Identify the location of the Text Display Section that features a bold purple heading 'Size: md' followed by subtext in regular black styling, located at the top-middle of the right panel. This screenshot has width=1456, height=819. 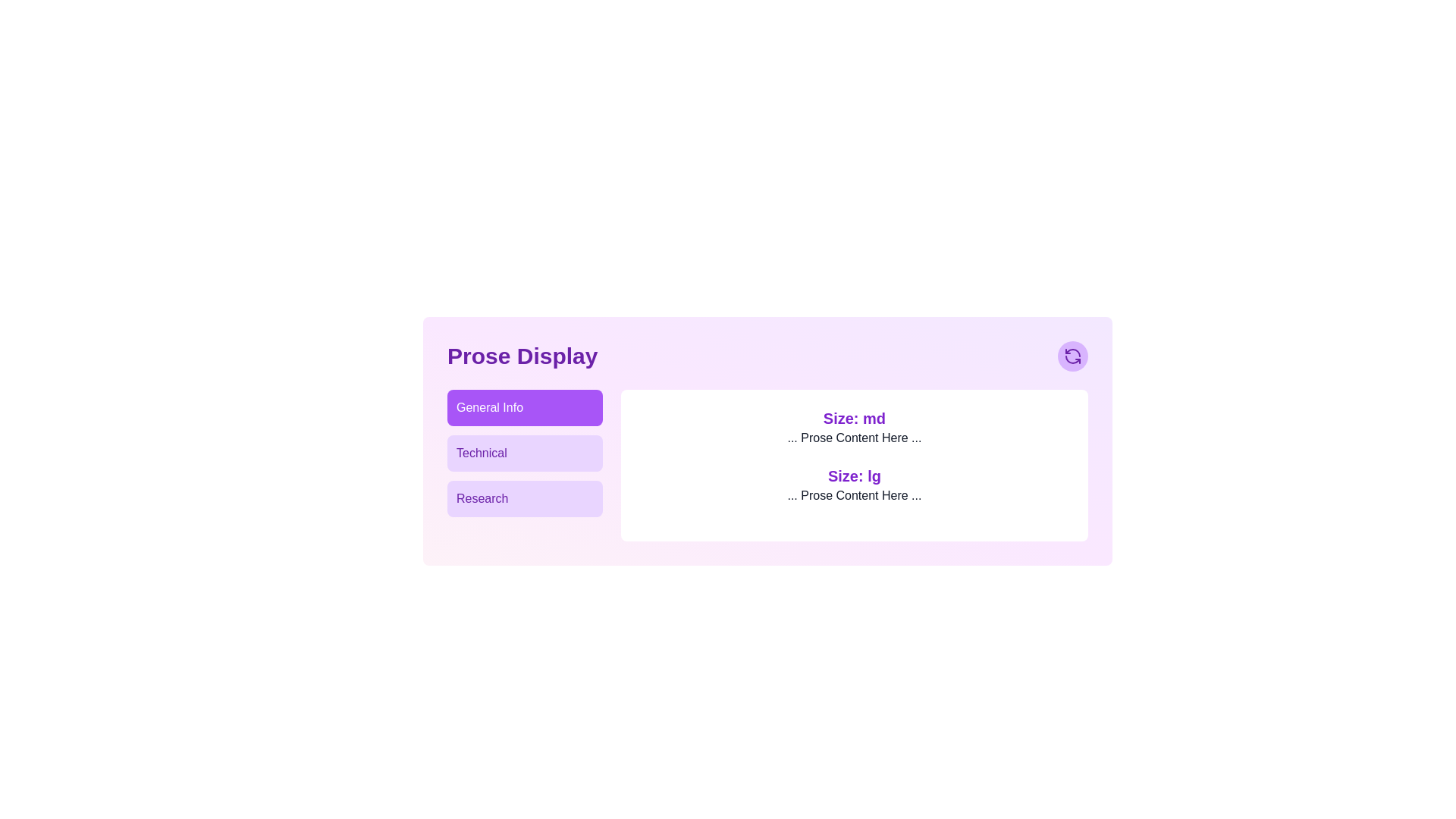
(855, 427).